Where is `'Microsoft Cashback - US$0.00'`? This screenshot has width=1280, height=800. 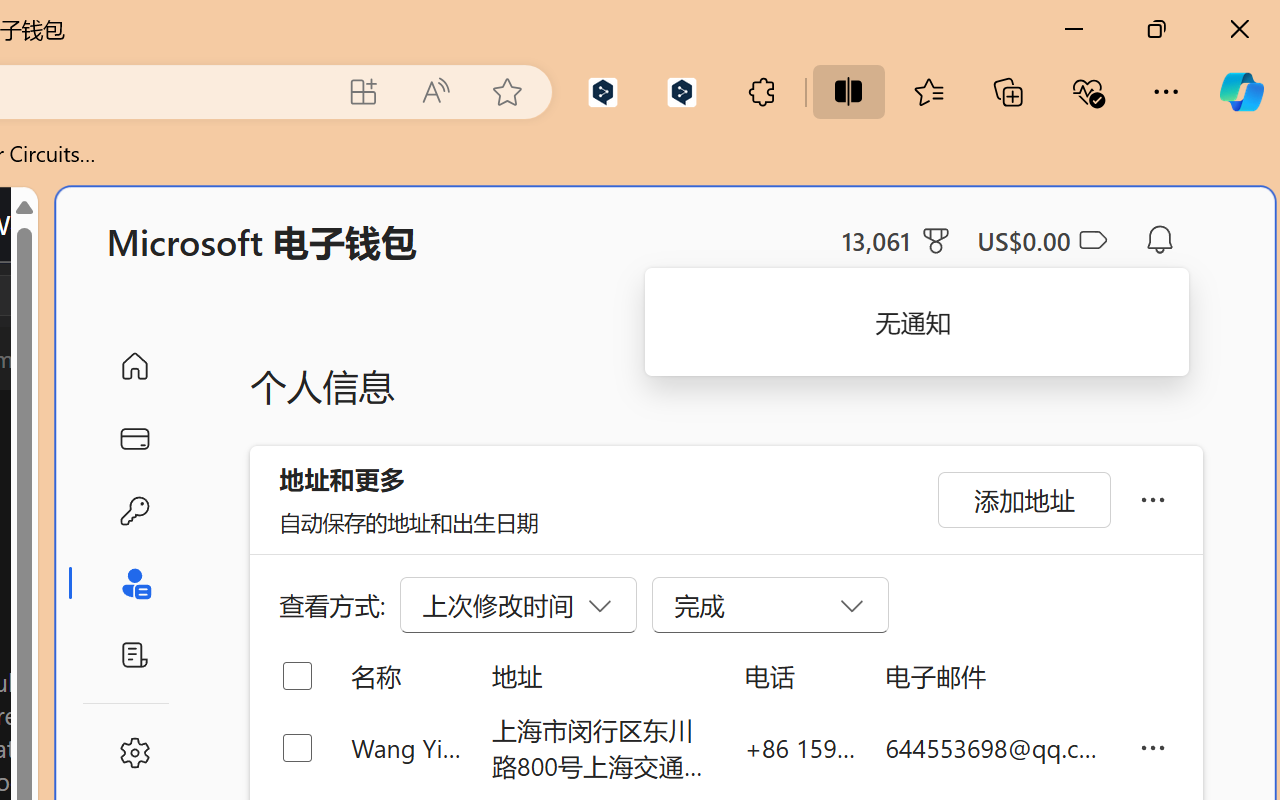 'Microsoft Cashback - US$0.00' is located at coordinates (1040, 239).